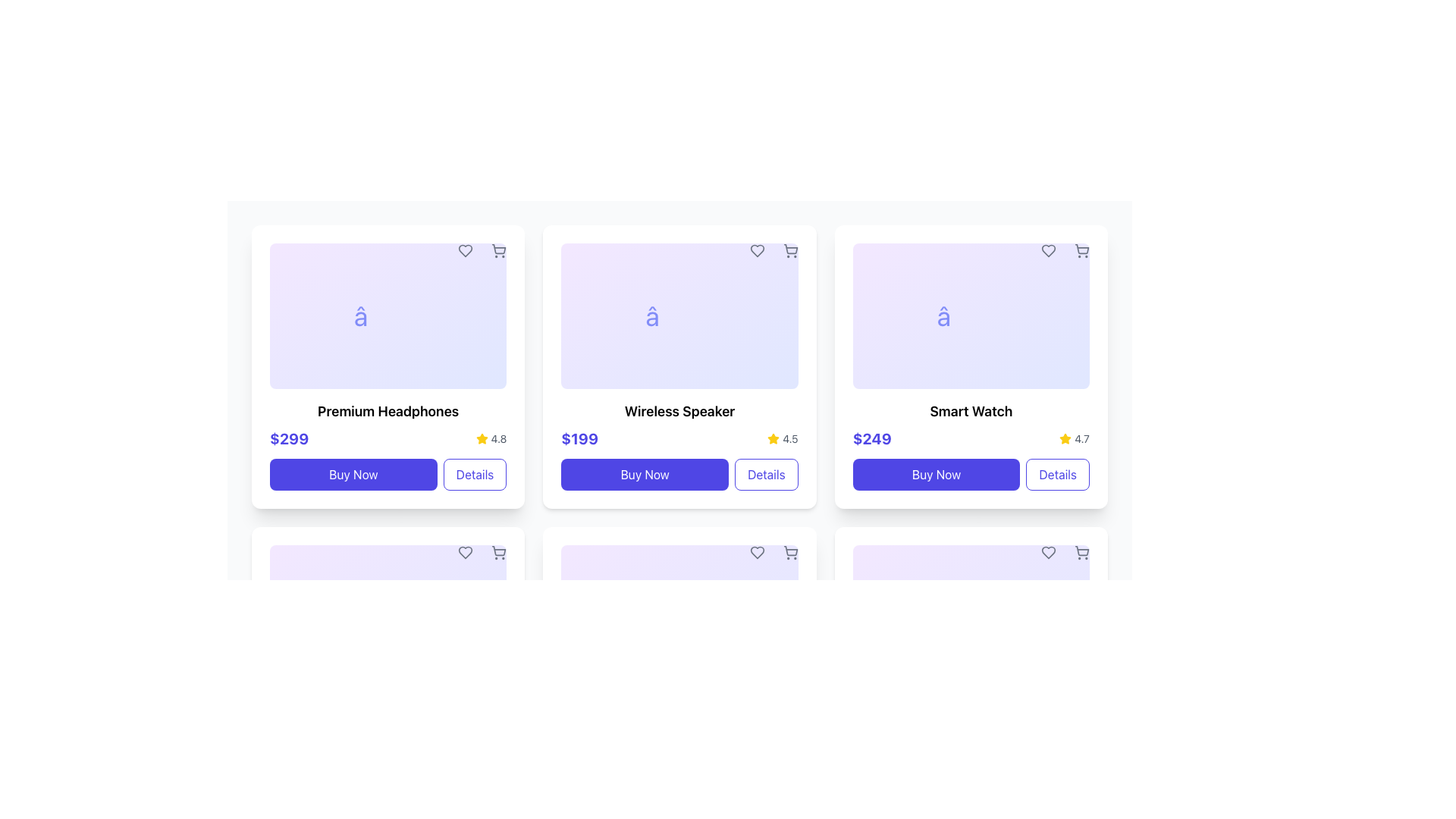 The image size is (1456, 819). What do you see at coordinates (1047, 250) in the screenshot?
I see `the heart icon in the top-right corner of the 'Smart Watch' product card` at bounding box center [1047, 250].